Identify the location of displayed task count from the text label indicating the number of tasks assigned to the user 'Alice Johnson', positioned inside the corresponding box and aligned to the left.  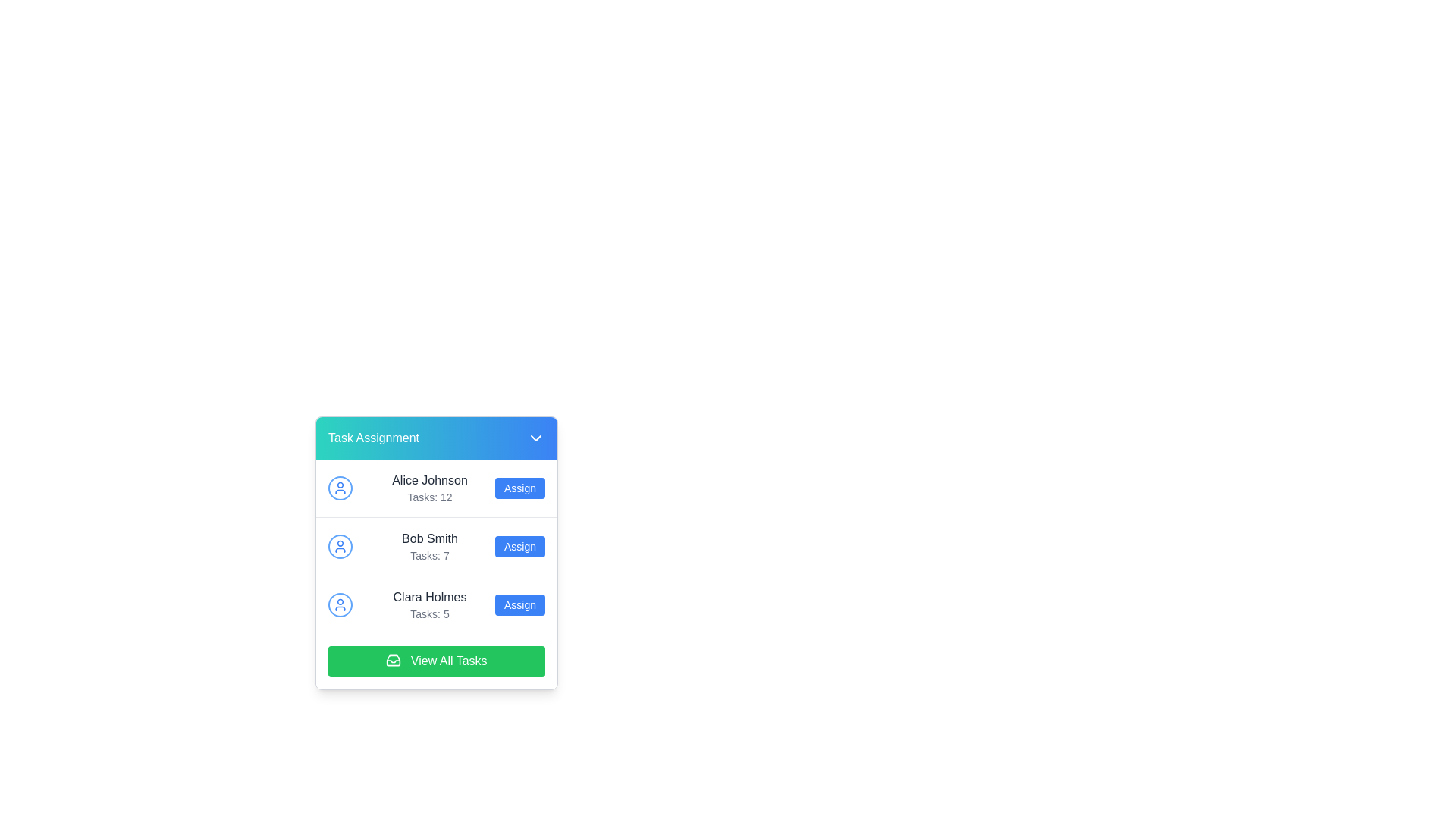
(428, 497).